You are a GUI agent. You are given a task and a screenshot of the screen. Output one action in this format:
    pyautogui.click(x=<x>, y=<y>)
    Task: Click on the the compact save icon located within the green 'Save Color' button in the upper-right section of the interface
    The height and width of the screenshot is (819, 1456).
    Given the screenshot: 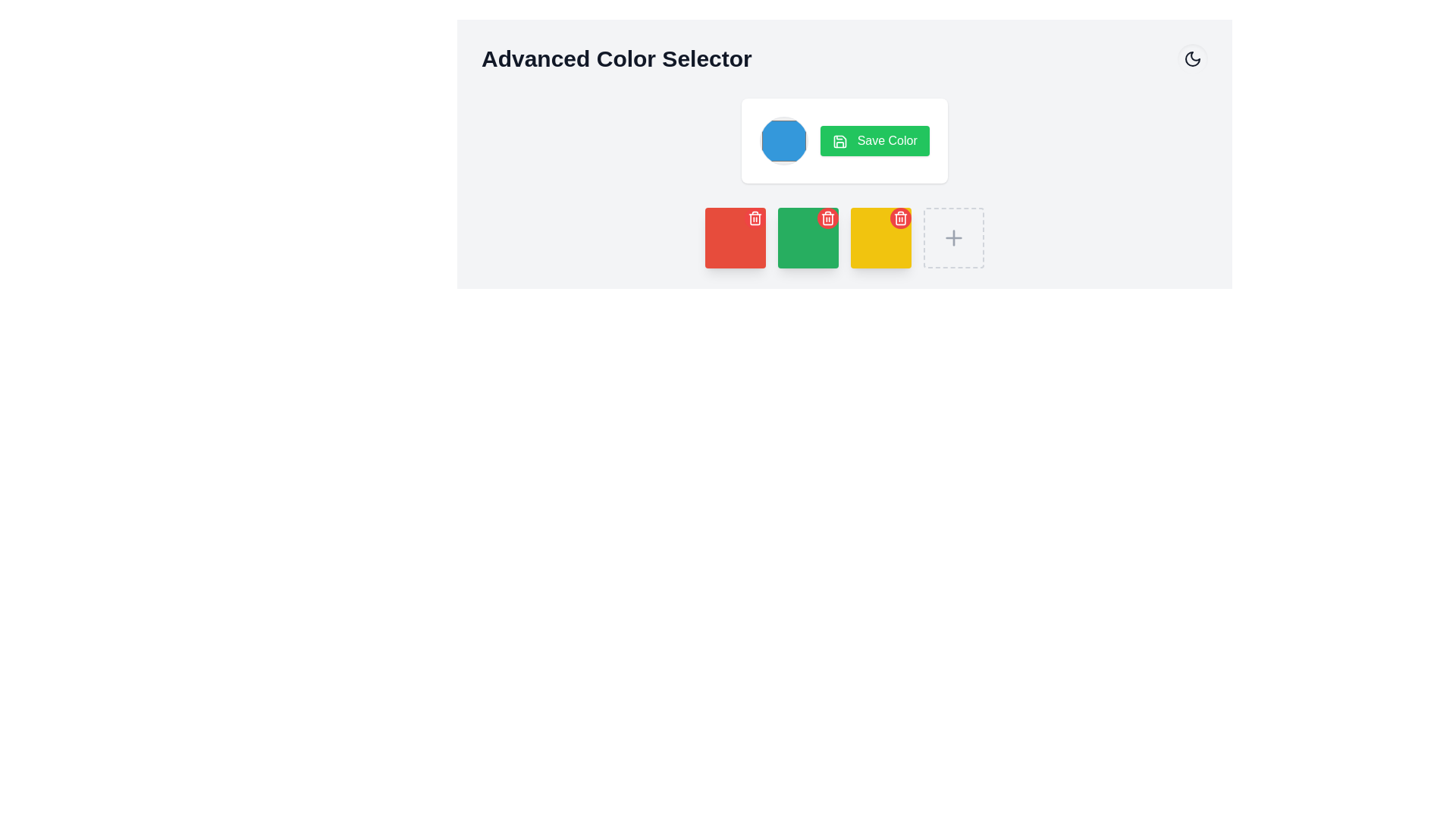 What is the action you would take?
    pyautogui.click(x=839, y=141)
    